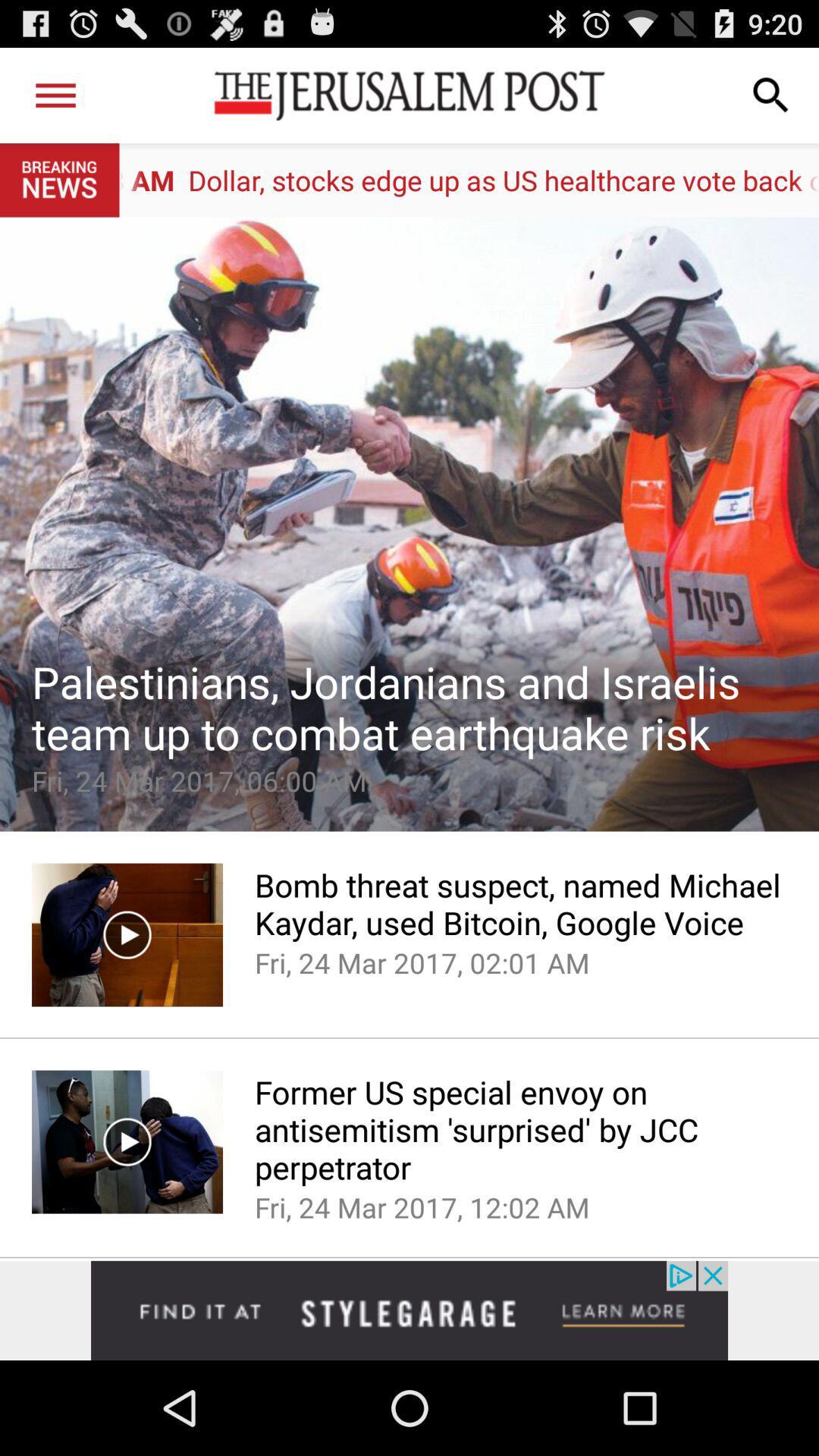  I want to click on the play button beside bomb threat suspect named michael kaydar used bitcoin google voice, so click(127, 934).